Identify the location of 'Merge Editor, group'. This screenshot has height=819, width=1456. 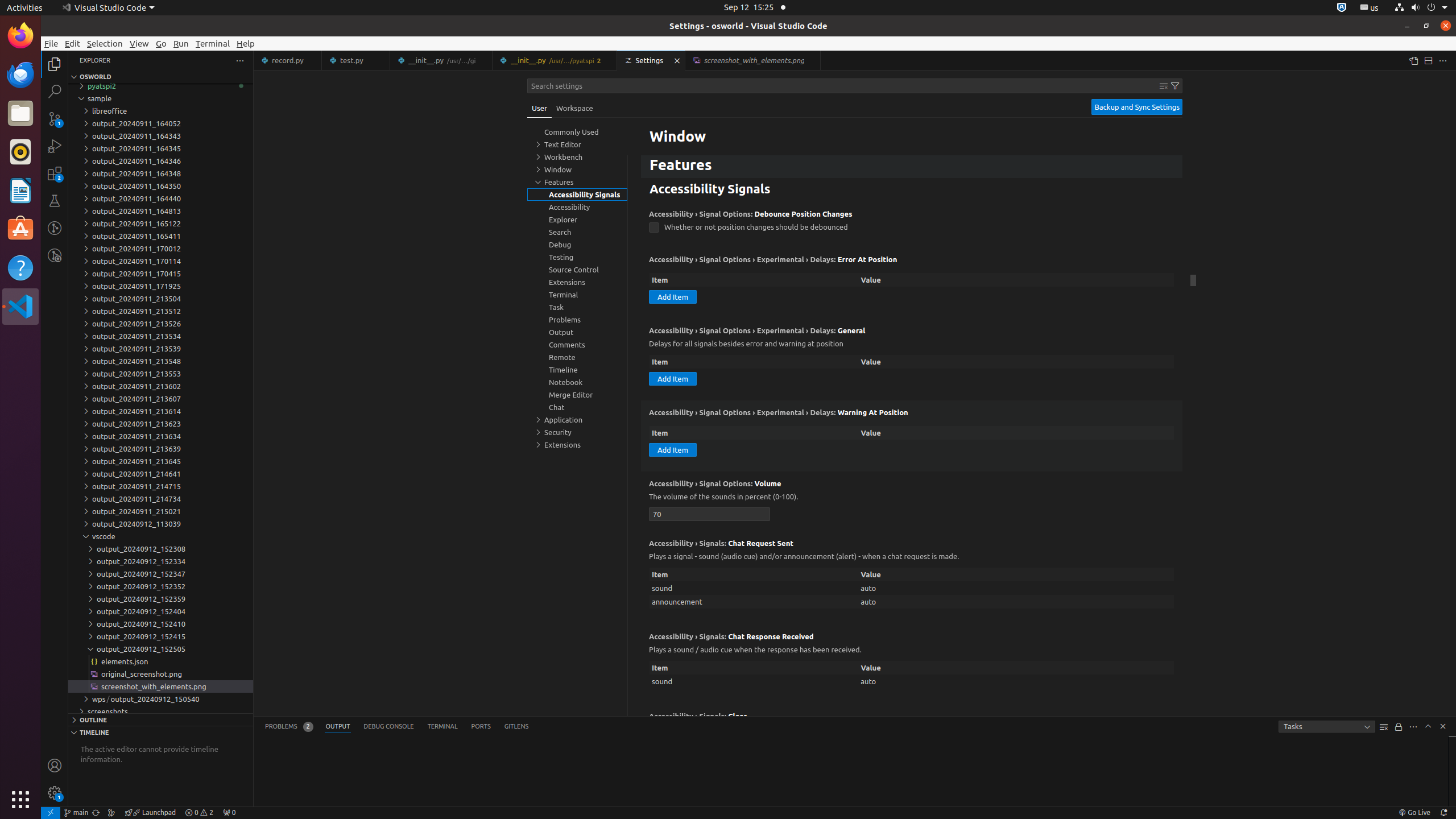
(577, 394).